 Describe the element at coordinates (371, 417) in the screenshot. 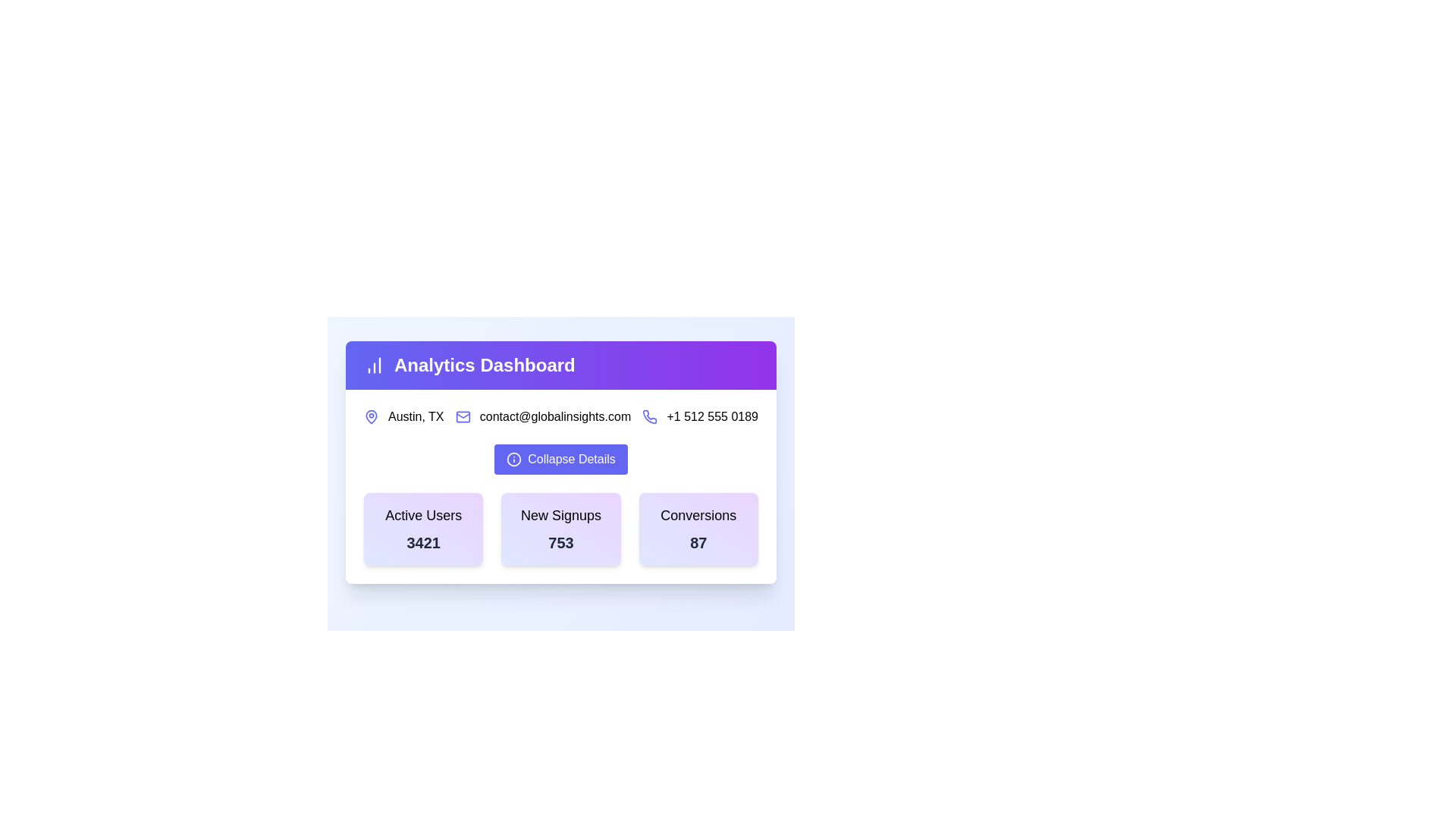

I see `the indigo map pin icon located to the left of the text 'Austin, TX' for context` at that location.